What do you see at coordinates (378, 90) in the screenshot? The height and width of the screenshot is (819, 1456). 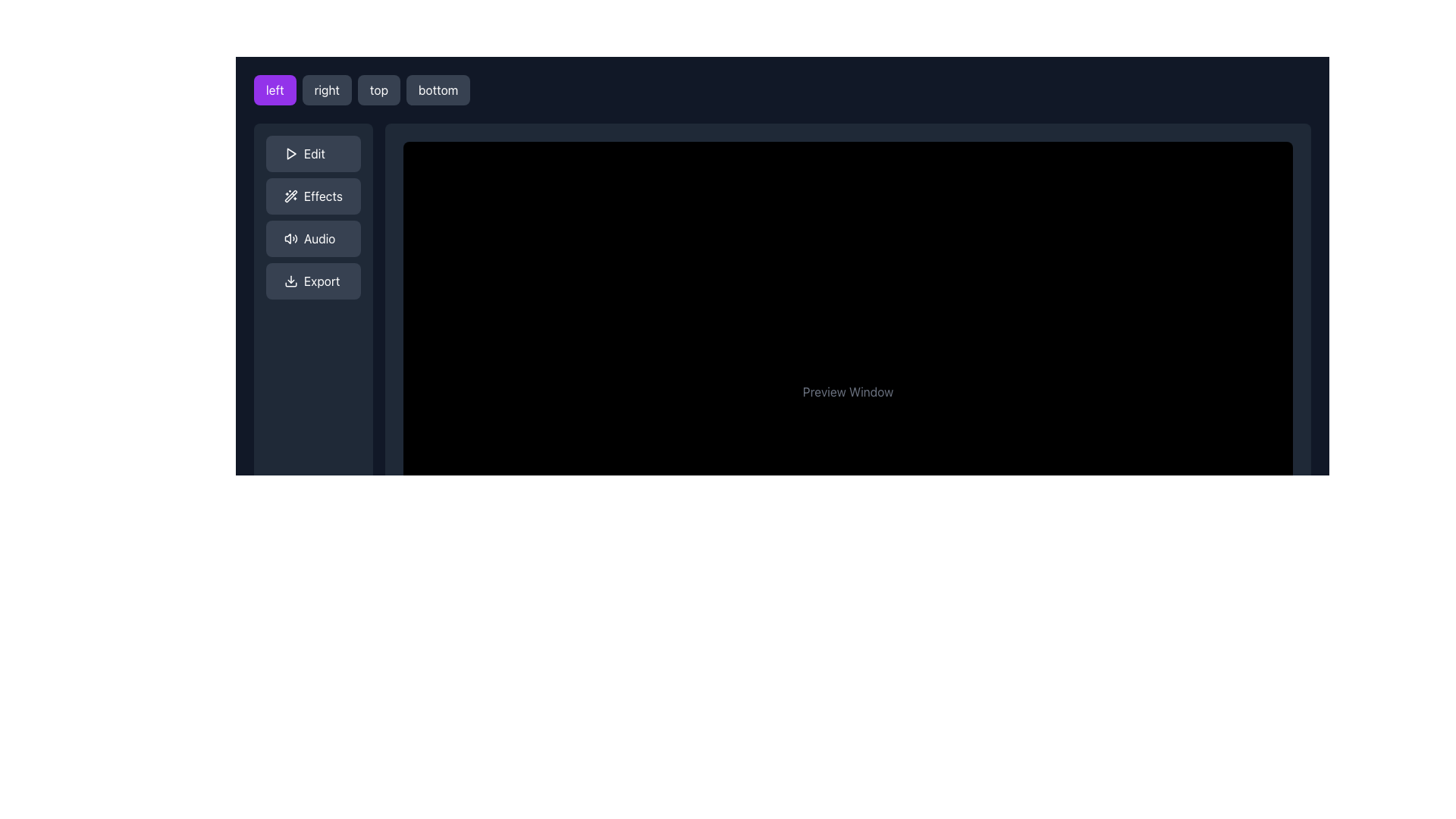 I see `the 'top' button, which is a rectangular button with rounded corners, dark gray background, and text 'top' centered inside it, to activate hover effects` at bounding box center [378, 90].